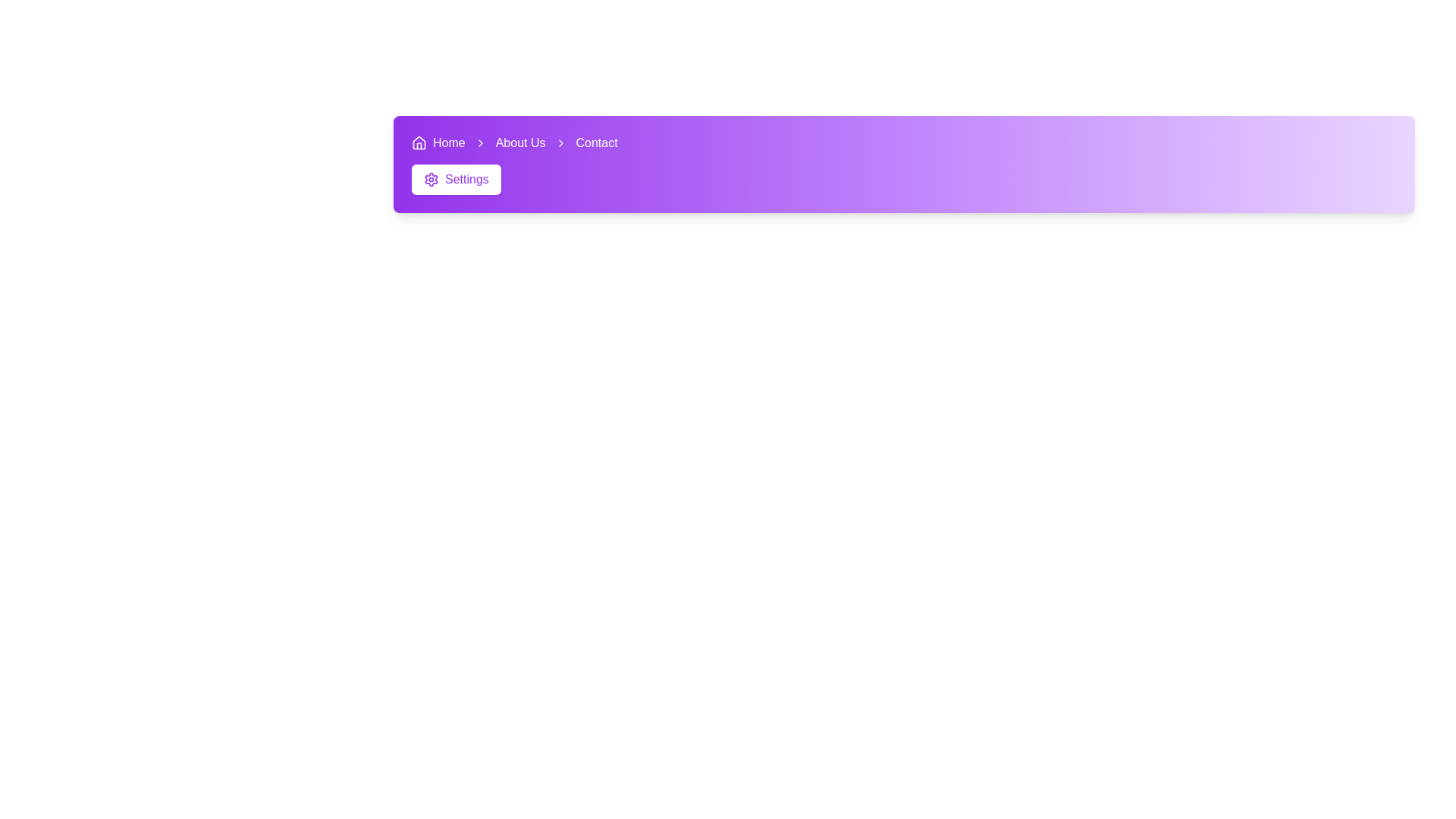 This screenshot has width=1456, height=819. Describe the element at coordinates (419, 143) in the screenshot. I see `the 'Home' icon` at that location.